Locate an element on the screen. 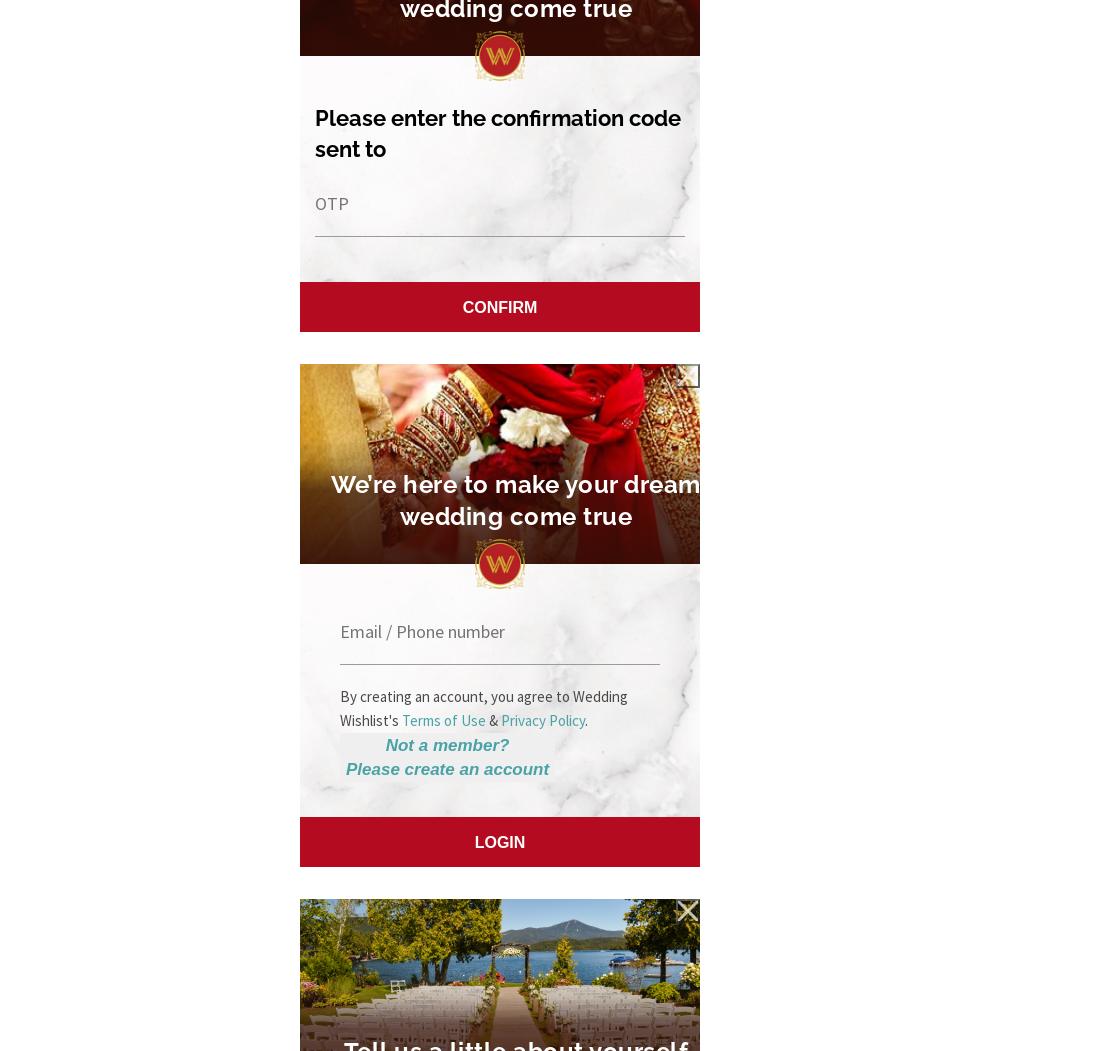  'By
                                creating an account, you agree to Wedding Wishlist's' is located at coordinates (484, 706).